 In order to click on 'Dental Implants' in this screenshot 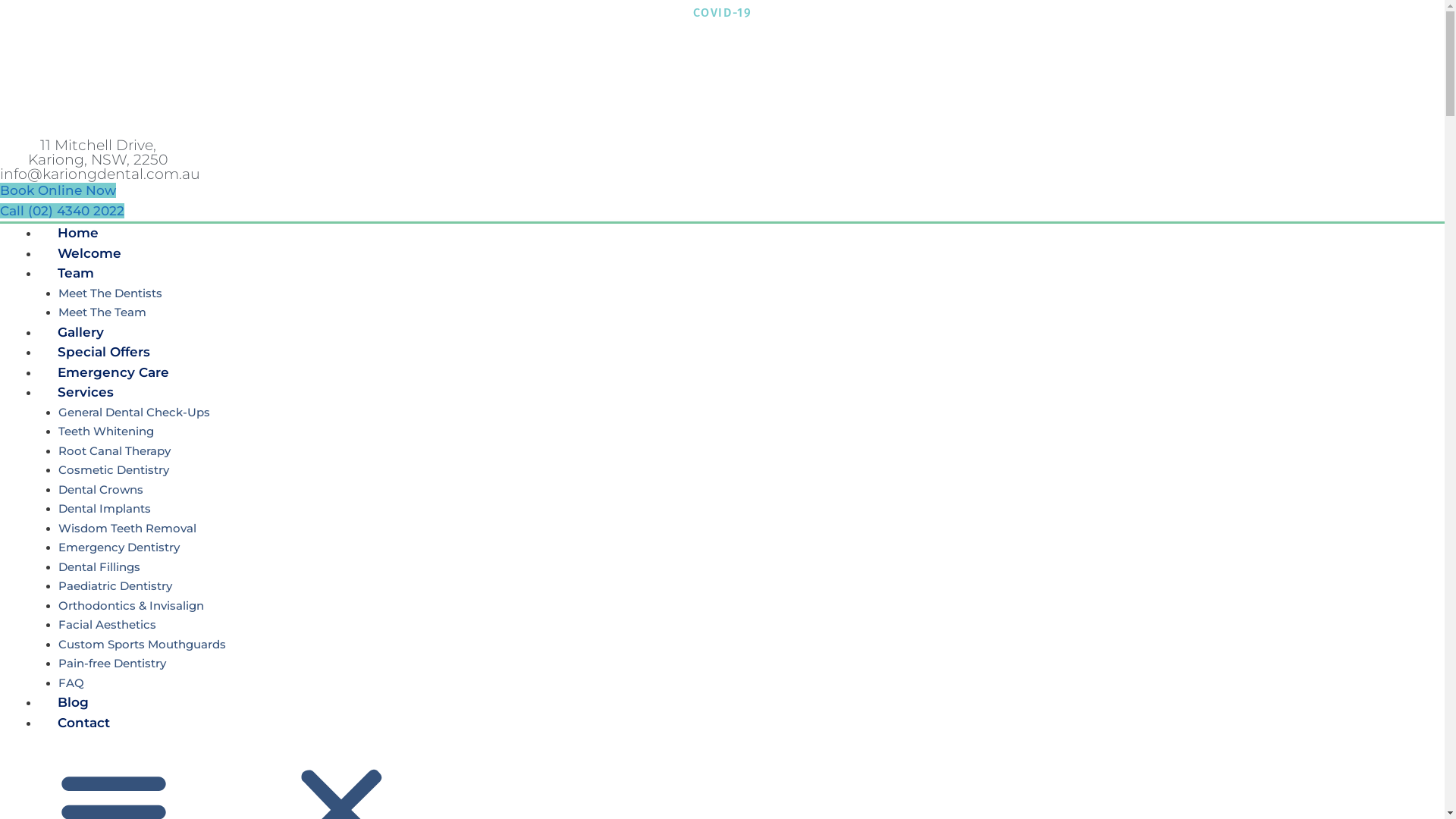, I will do `click(103, 508)`.